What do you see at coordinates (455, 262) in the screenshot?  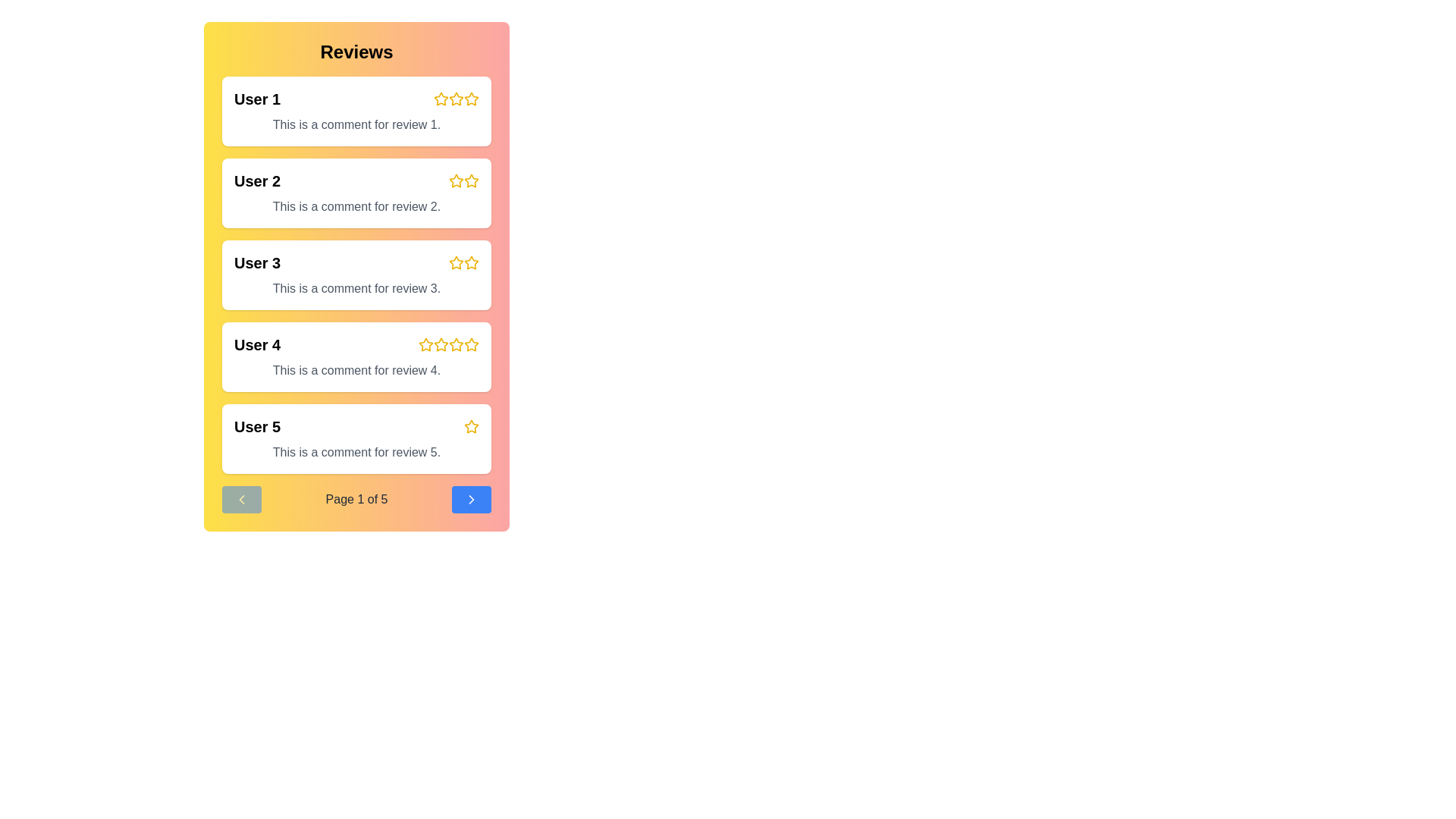 I see `the third star in the set of five stars for the third review entry in the 'Reviews' section` at bounding box center [455, 262].